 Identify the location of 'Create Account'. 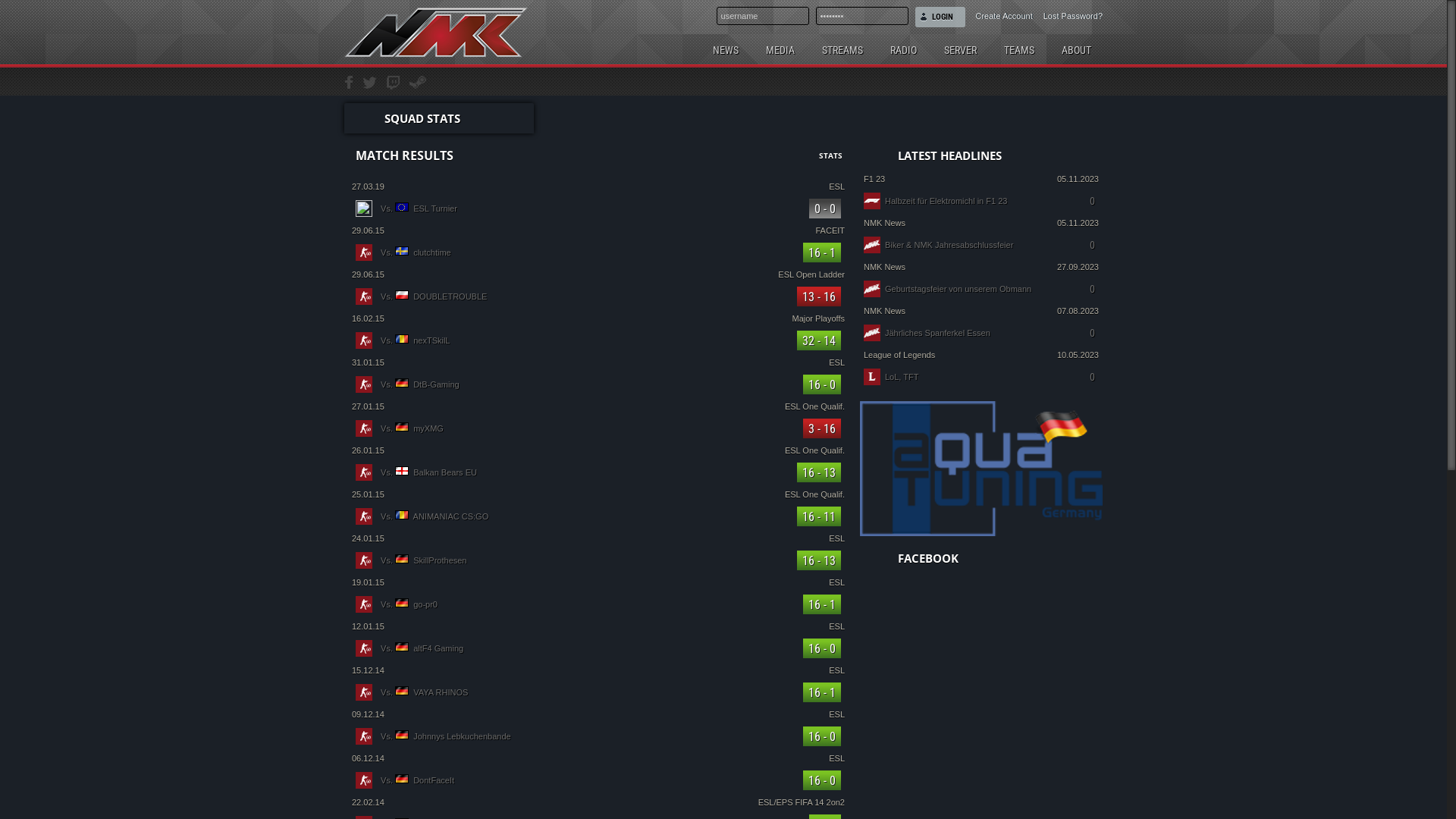
(964, 14).